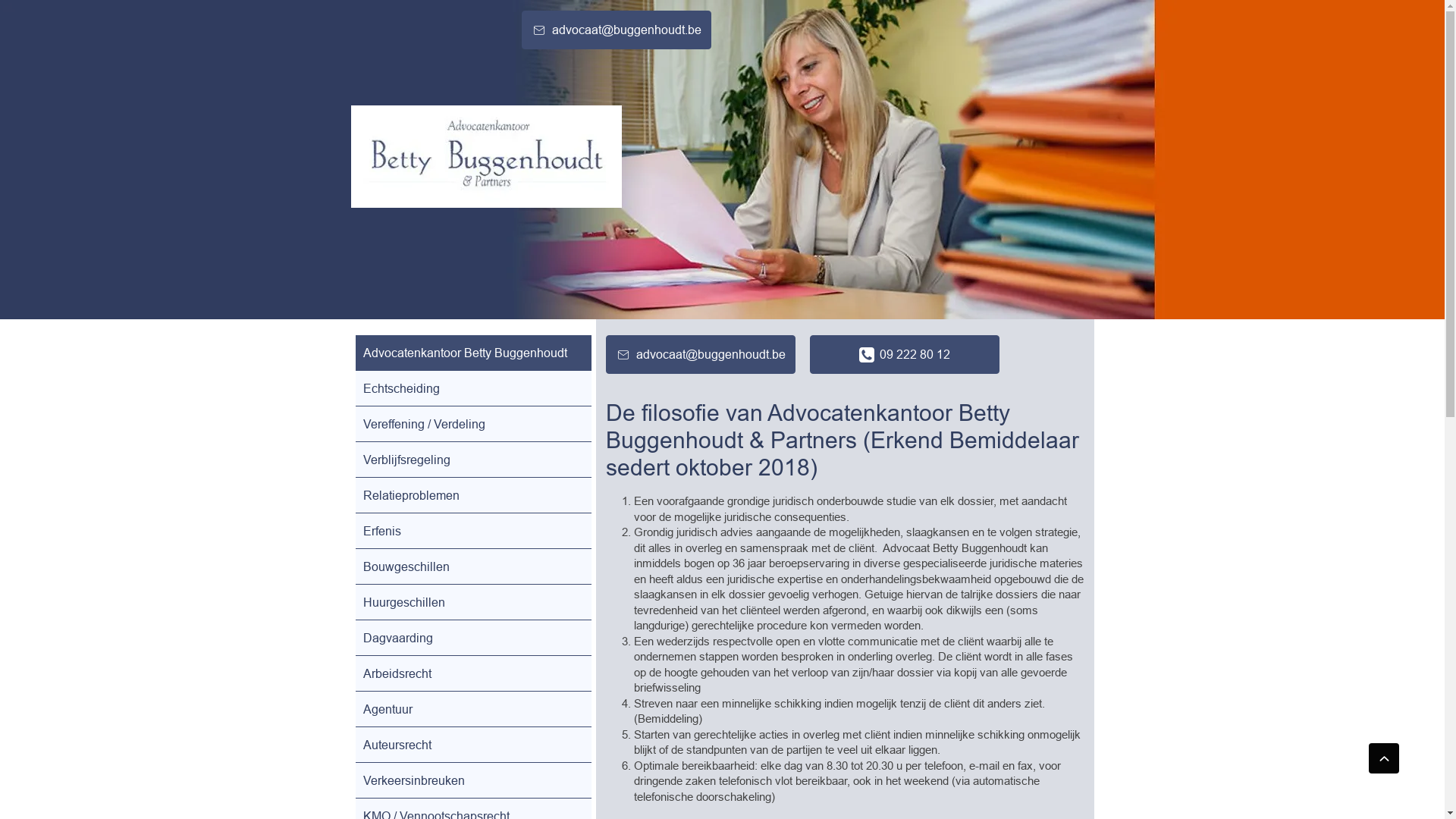  Describe the element at coordinates (905, 354) in the screenshot. I see `'09 222 80 12'` at that location.